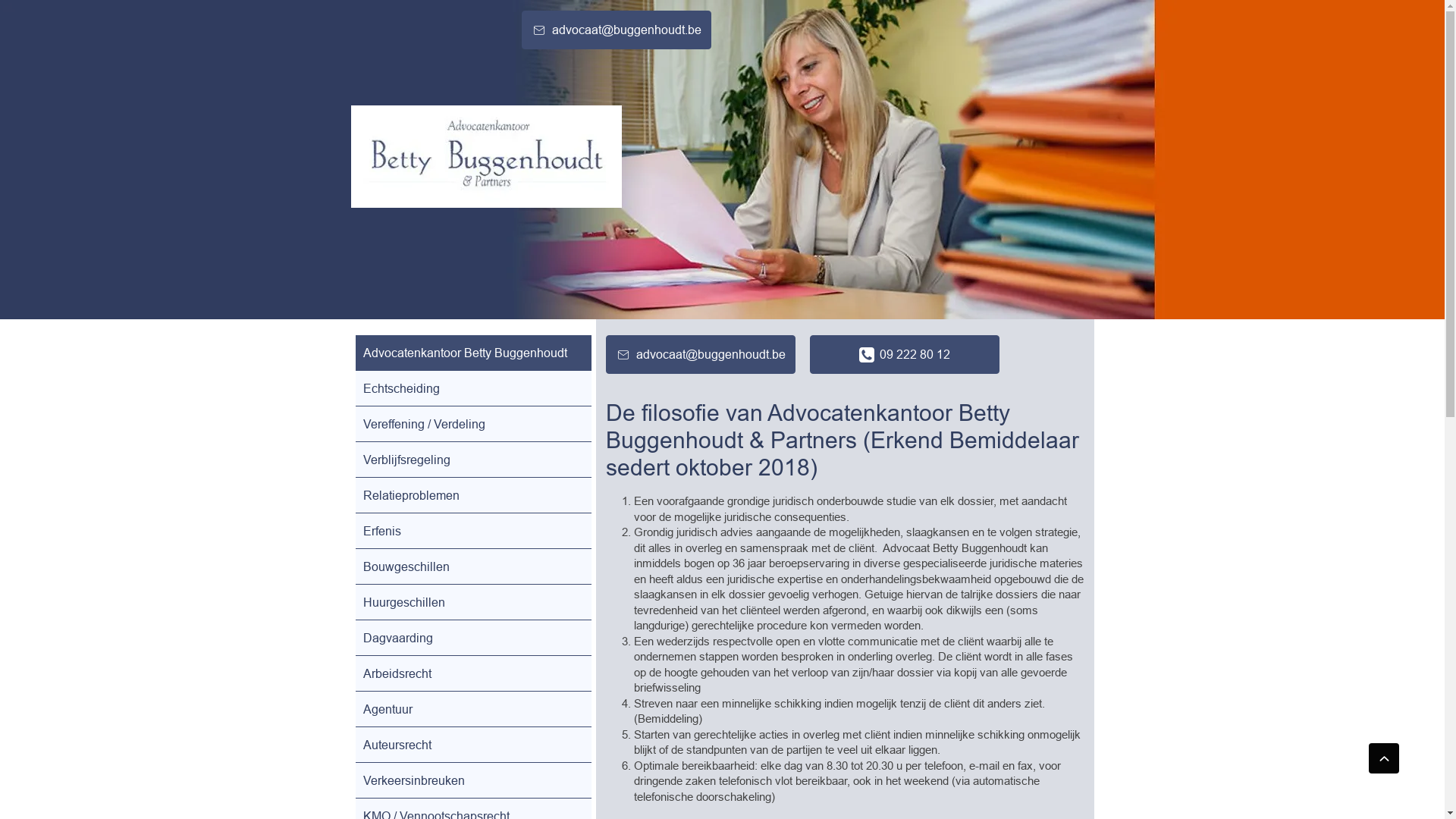  Describe the element at coordinates (905, 354) in the screenshot. I see `'09 222 80 12'` at that location.